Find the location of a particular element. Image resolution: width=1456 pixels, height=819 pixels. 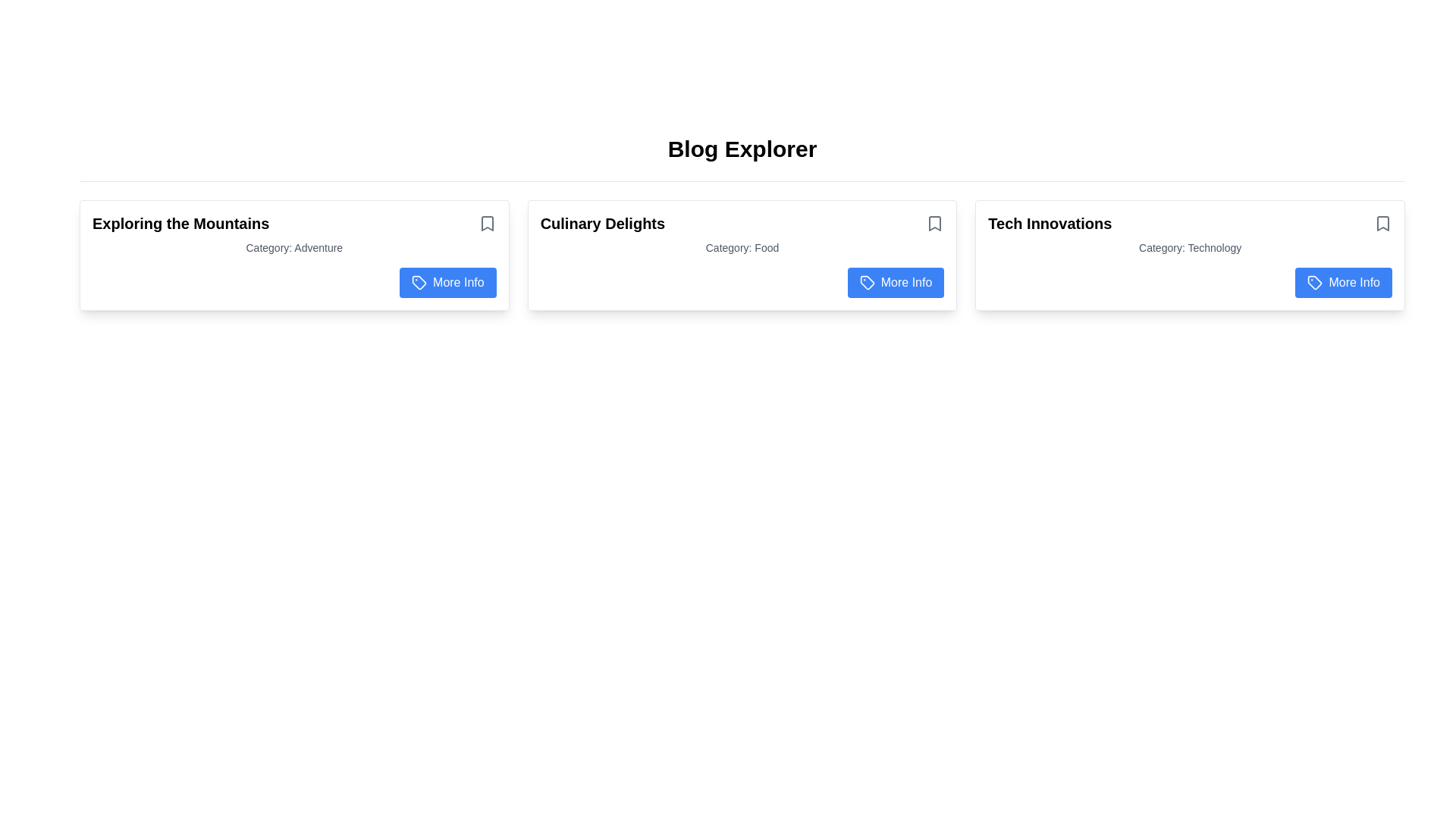

the tag-shaped SVG icon with a blue background that is part of the 'More Info' button in the second blog card titled 'Culinary Delights' is located at coordinates (419, 283).